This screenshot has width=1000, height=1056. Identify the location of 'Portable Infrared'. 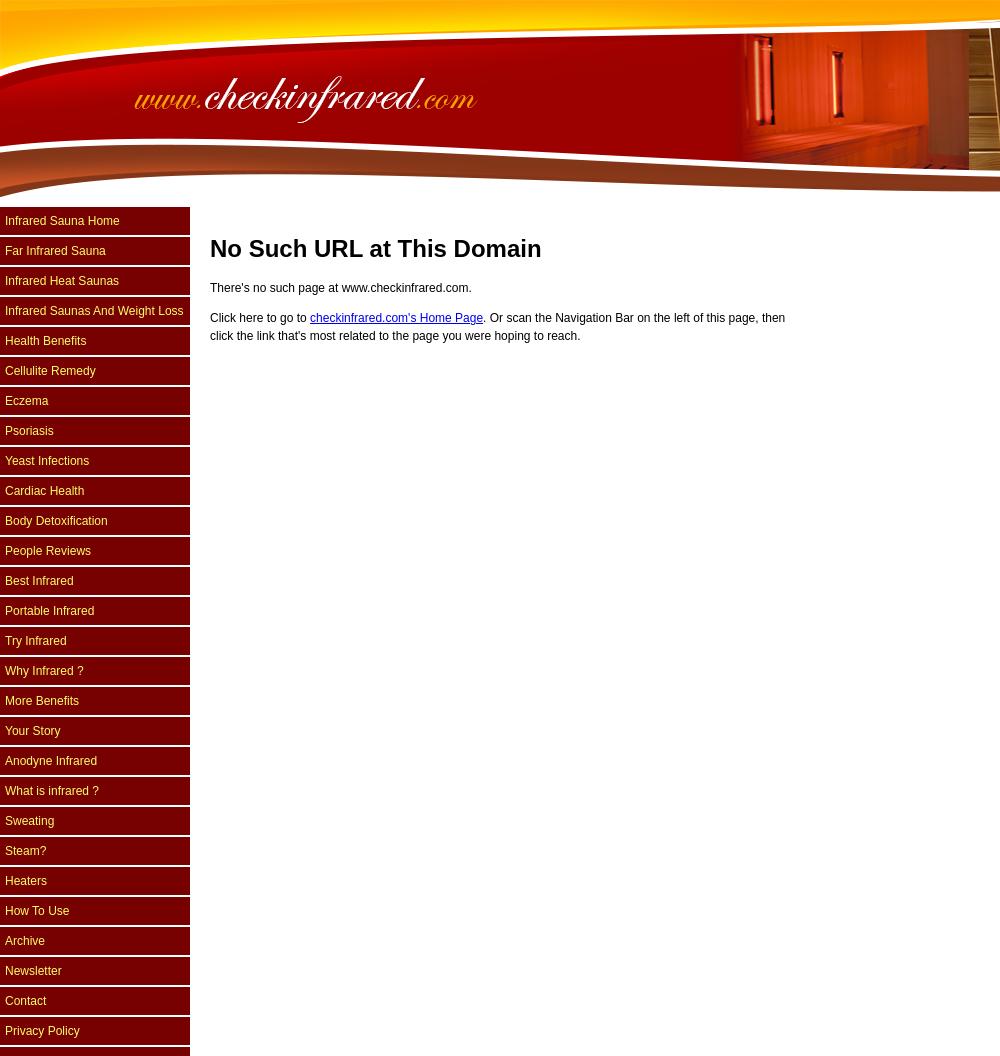
(49, 610).